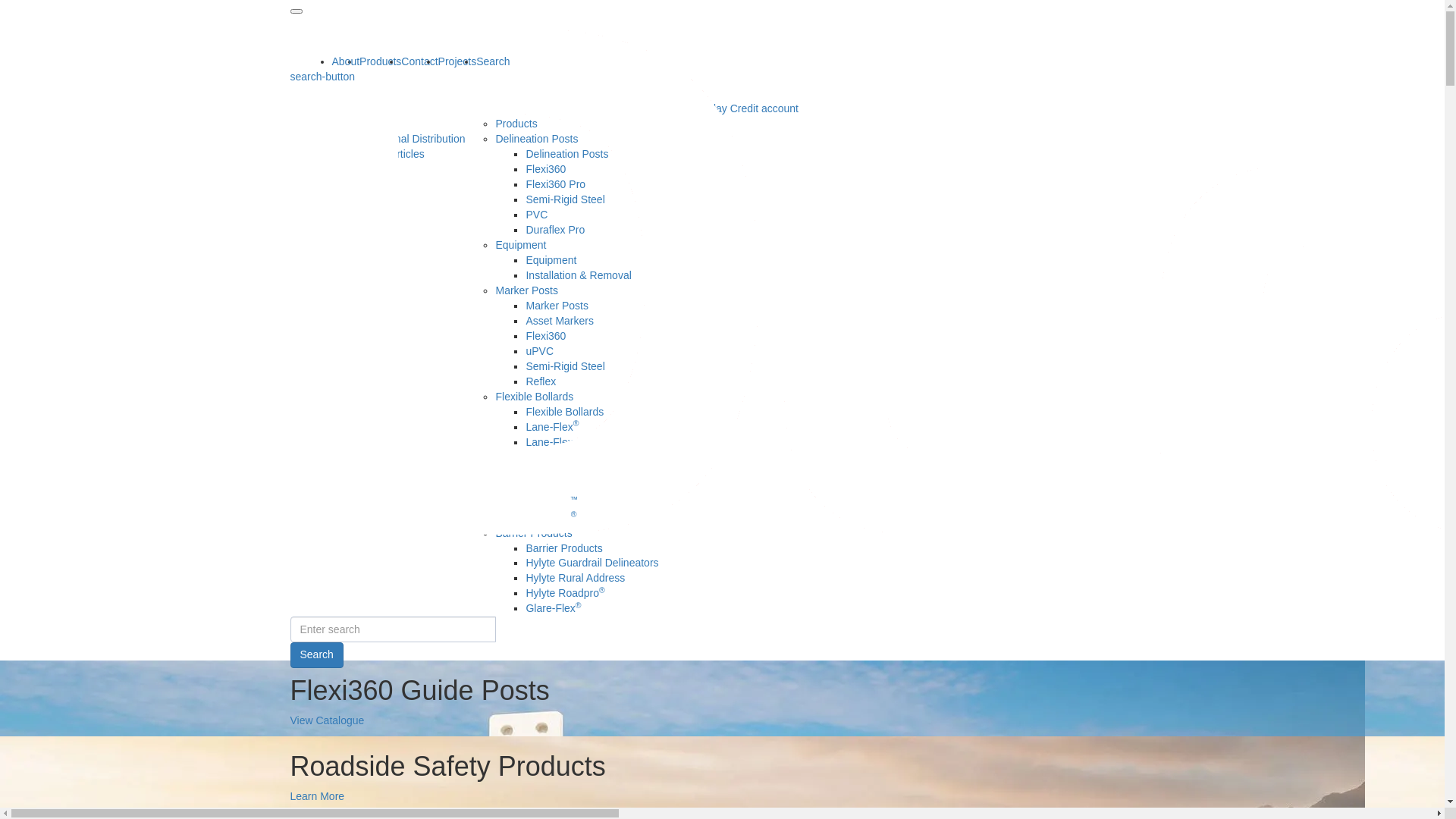  Describe the element at coordinates (574, 578) in the screenshot. I see `'Hylyte Rural Address'` at that location.